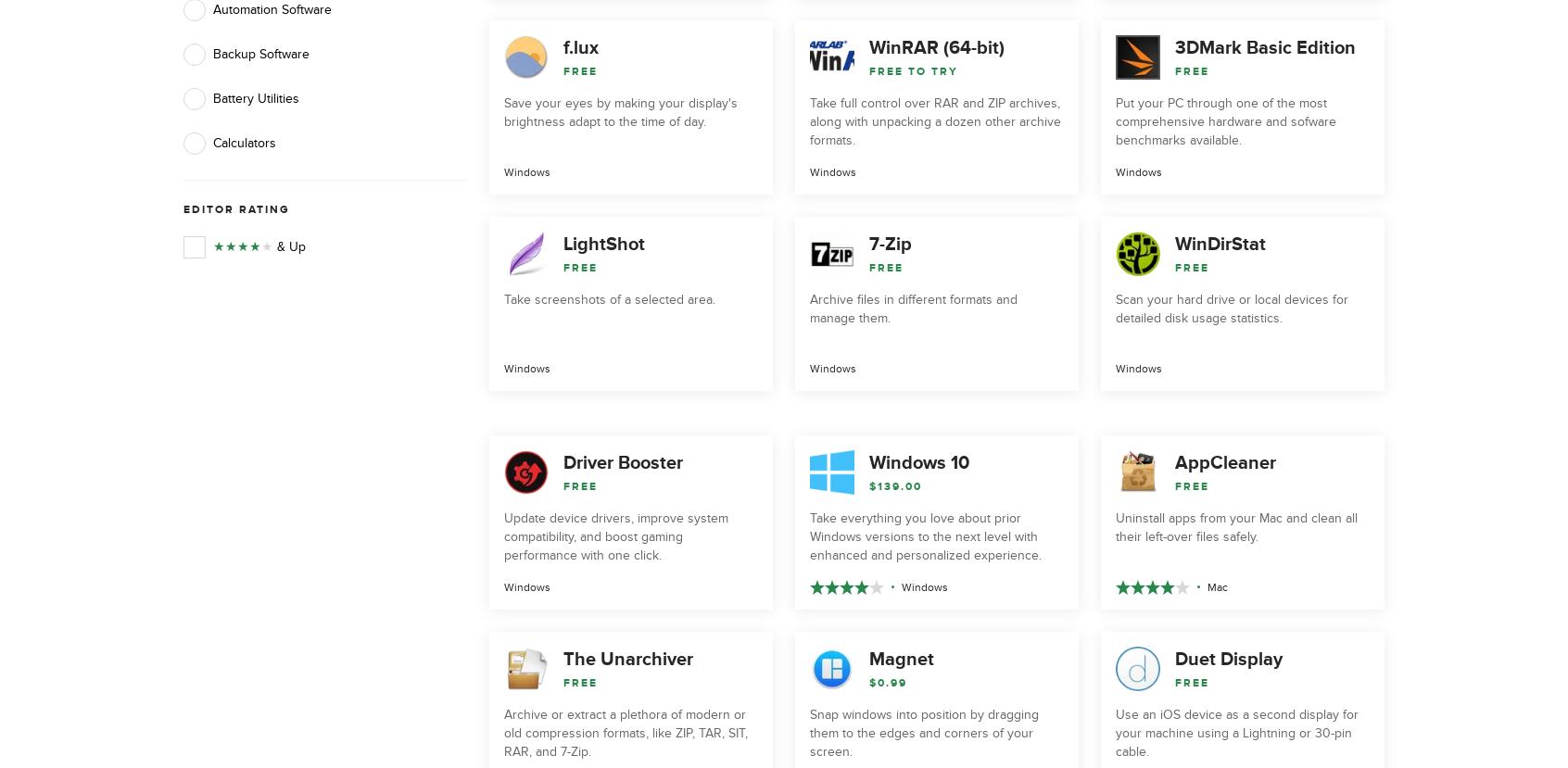  Describe the element at coordinates (1224, 120) in the screenshot. I see `'Put your PC through one of the most comprehensive hardware and sofware benchmarks available.'` at that location.